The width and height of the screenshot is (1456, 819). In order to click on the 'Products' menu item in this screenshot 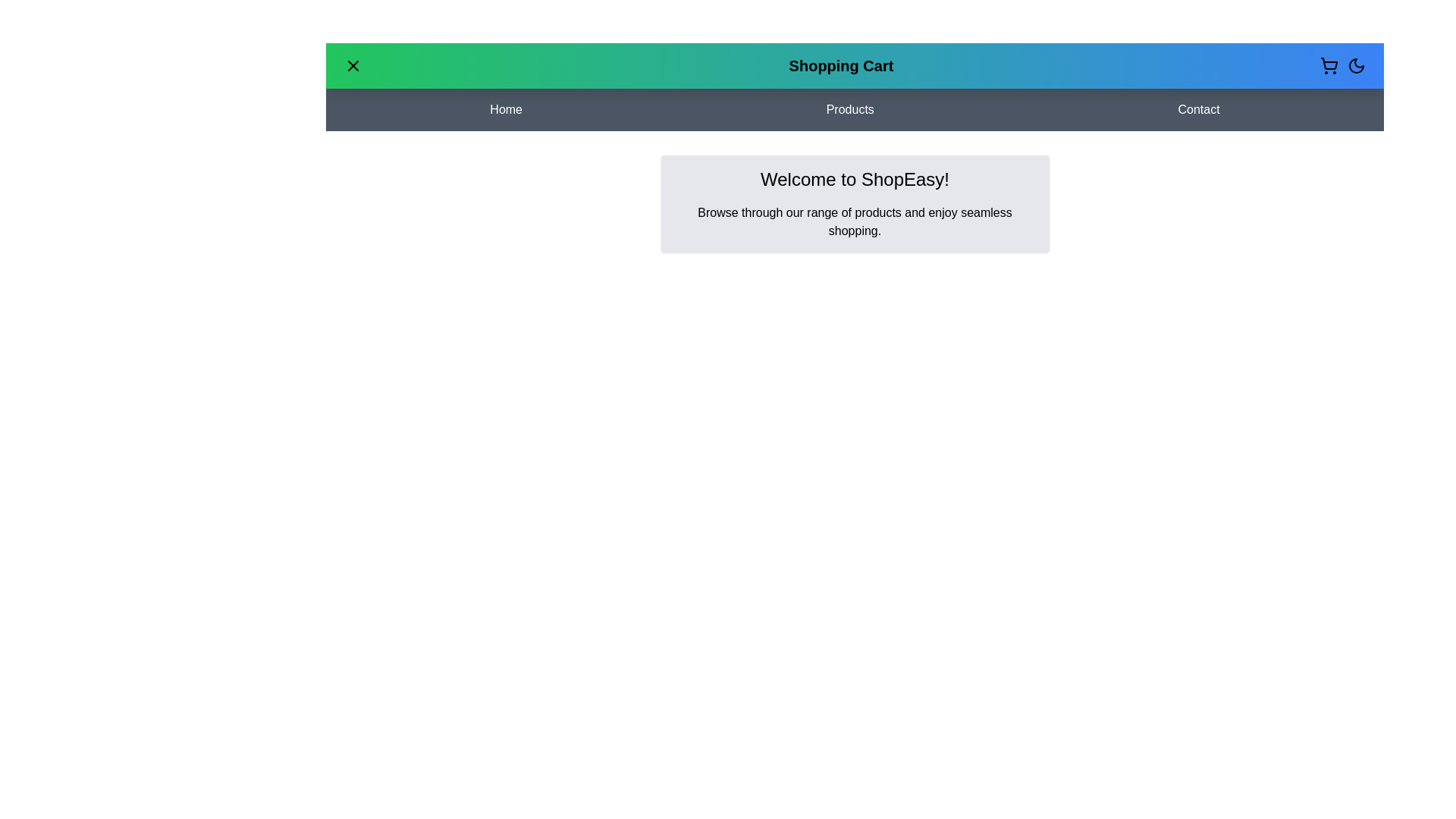, I will do `click(850, 109)`.